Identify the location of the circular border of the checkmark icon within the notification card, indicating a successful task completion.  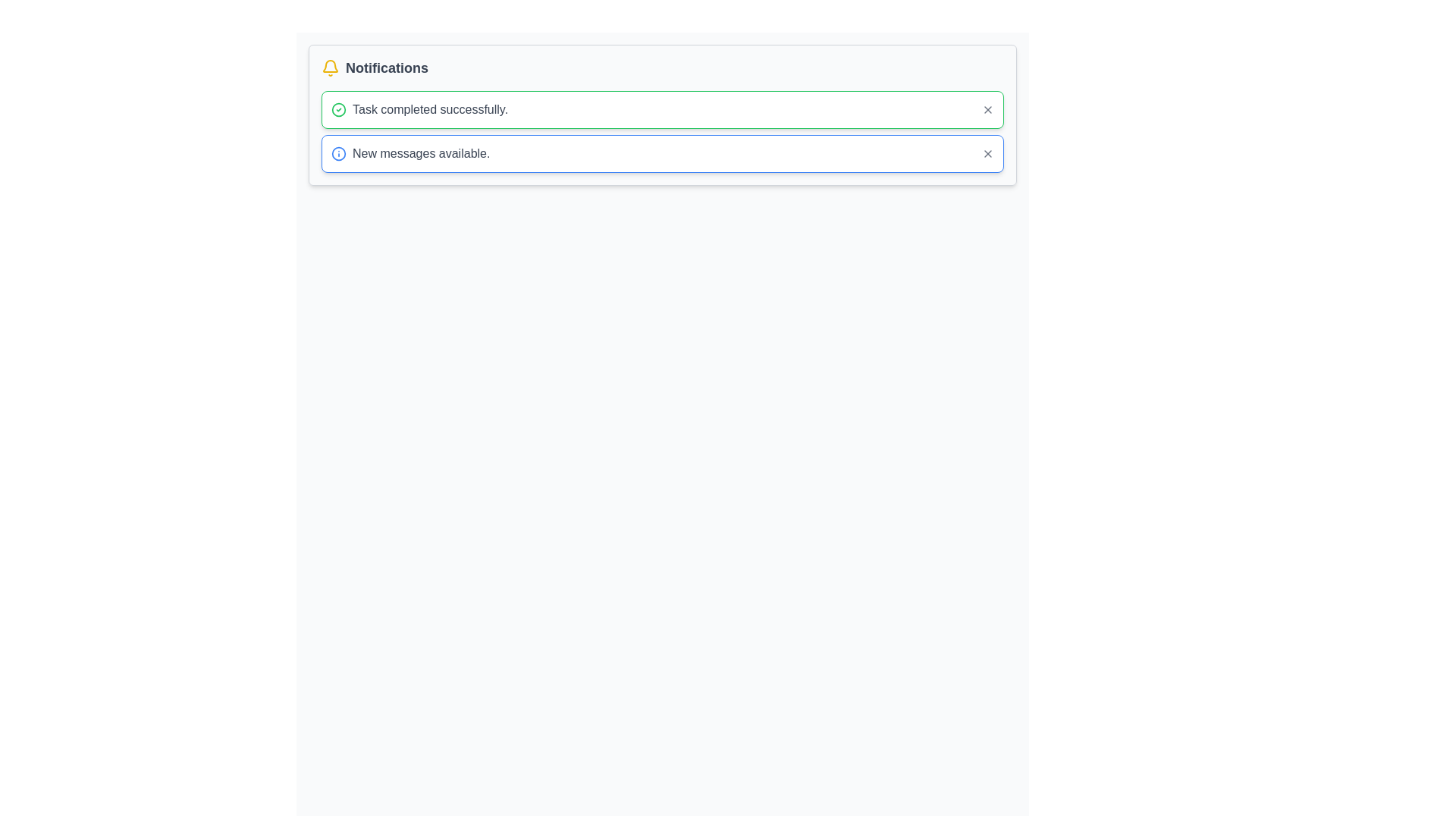
(337, 109).